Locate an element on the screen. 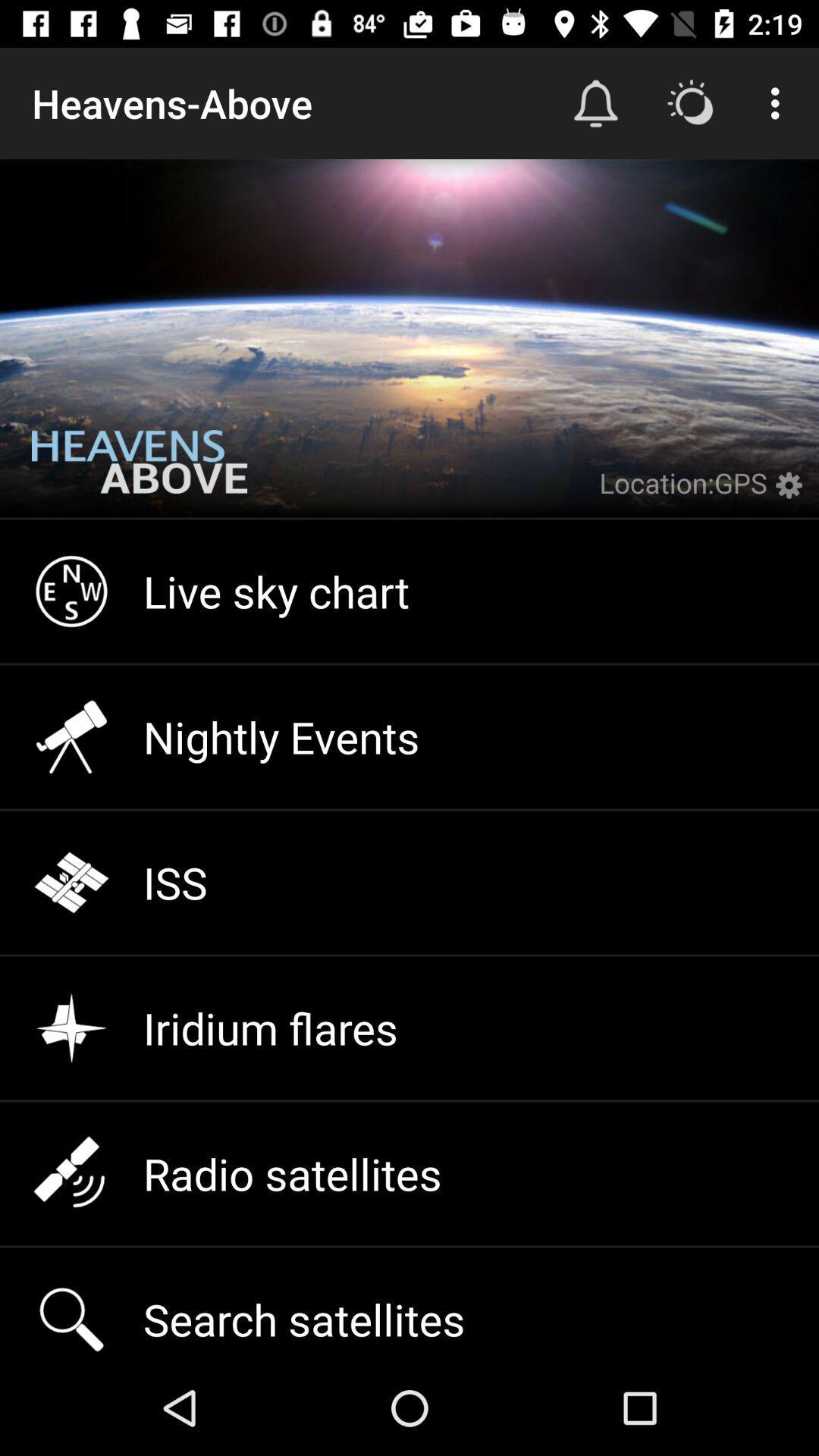 The height and width of the screenshot is (1456, 819). the item to the right of the heavens-above app is located at coordinates (595, 102).